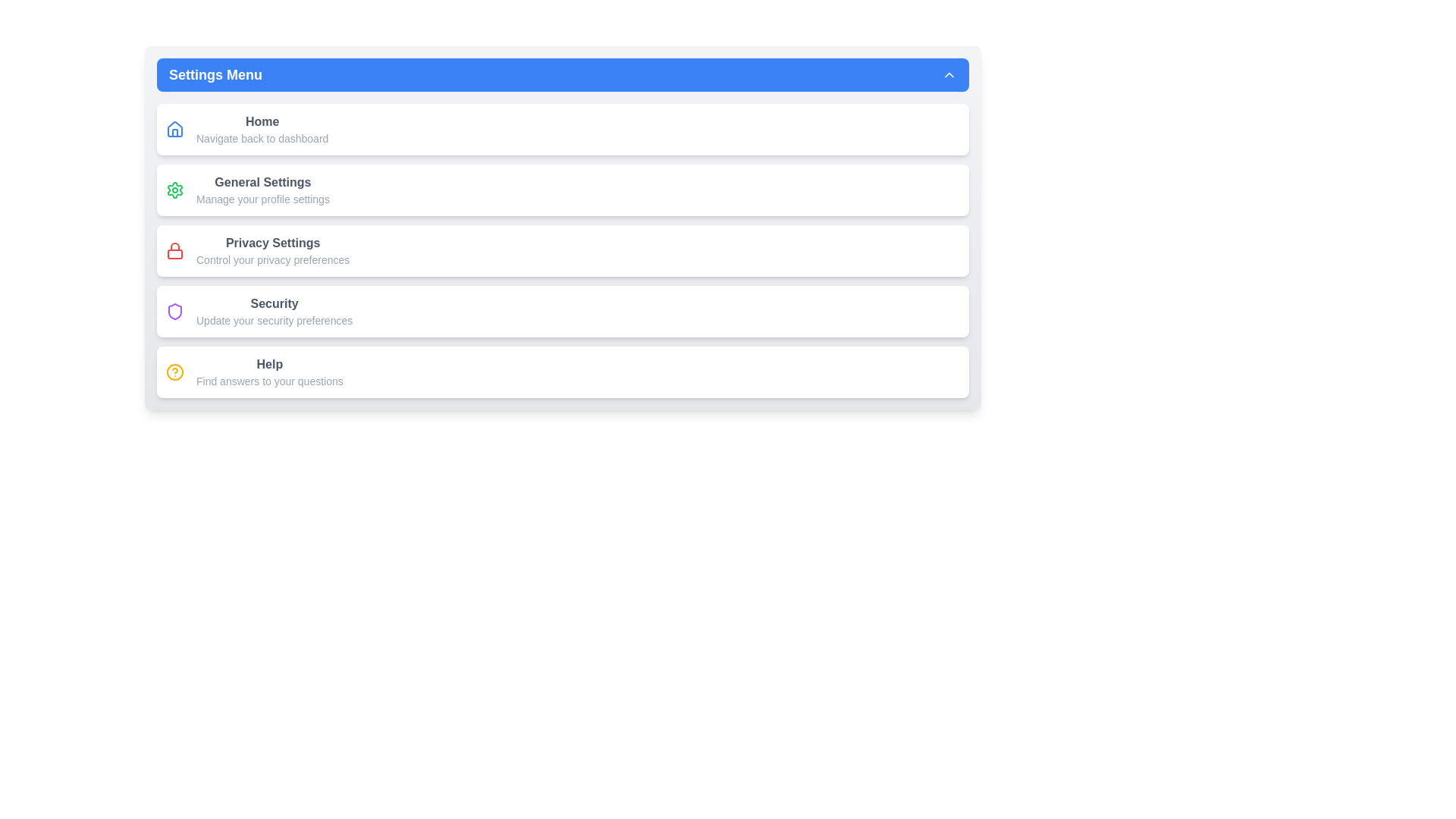 The width and height of the screenshot is (1456, 819). I want to click on the red padlock icon representing privacy settings located in the third row of the settings menu, so click(174, 250).